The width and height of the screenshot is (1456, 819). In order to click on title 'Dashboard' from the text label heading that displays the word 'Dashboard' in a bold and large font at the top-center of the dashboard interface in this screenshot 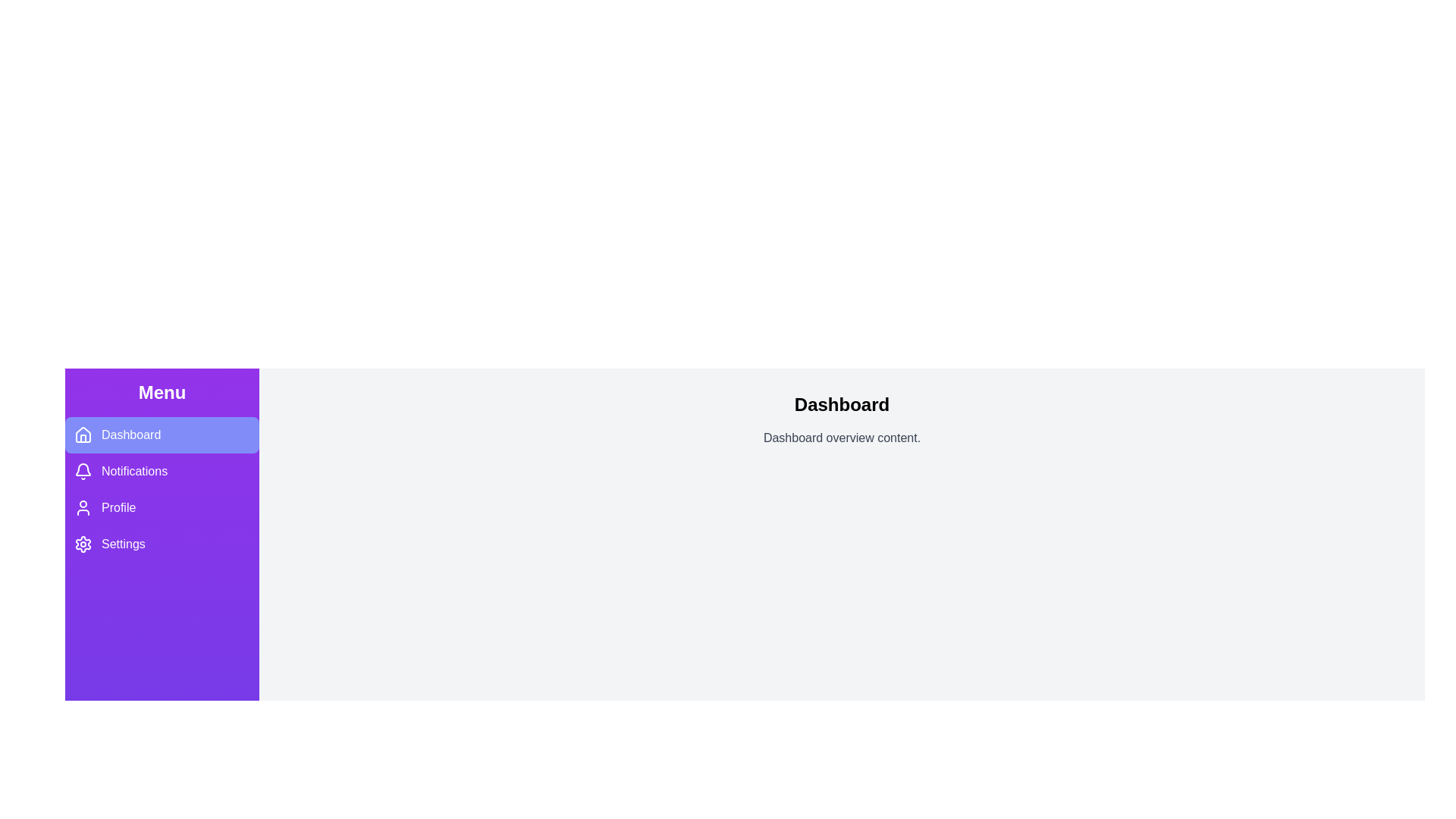, I will do `click(841, 403)`.